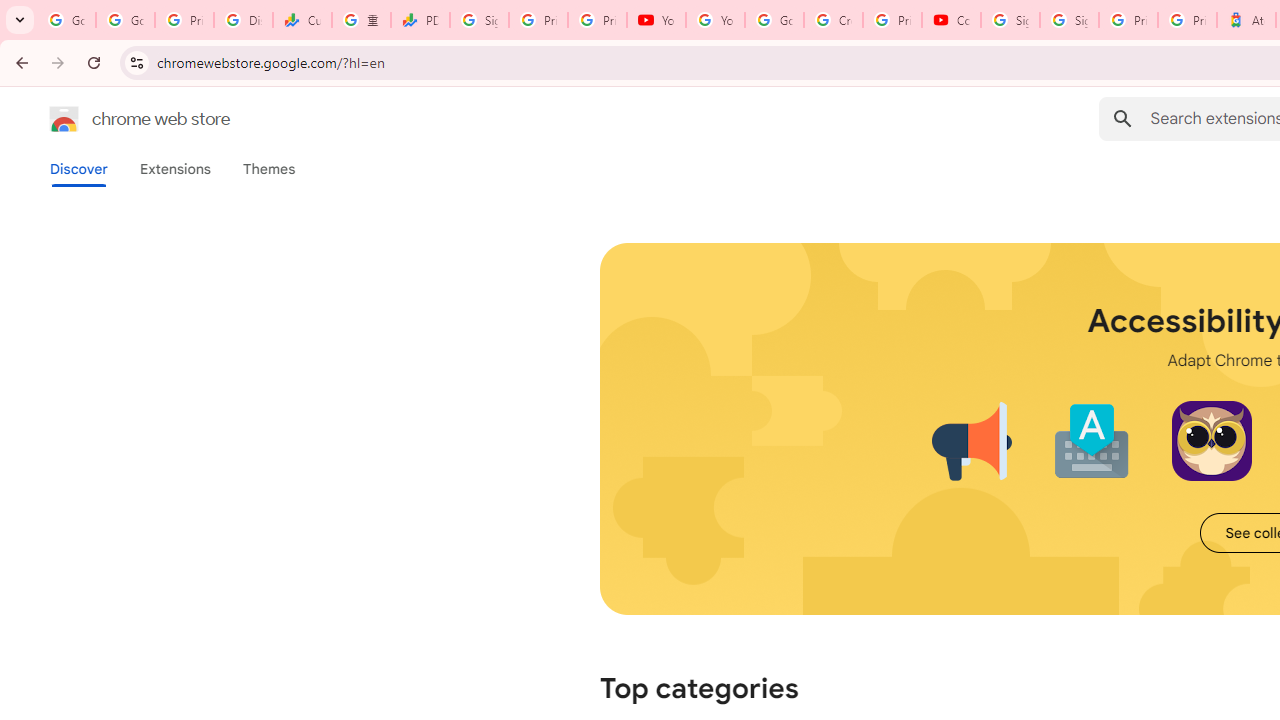 The width and height of the screenshot is (1280, 720). Describe the element at coordinates (19, 61) in the screenshot. I see `'Back'` at that location.